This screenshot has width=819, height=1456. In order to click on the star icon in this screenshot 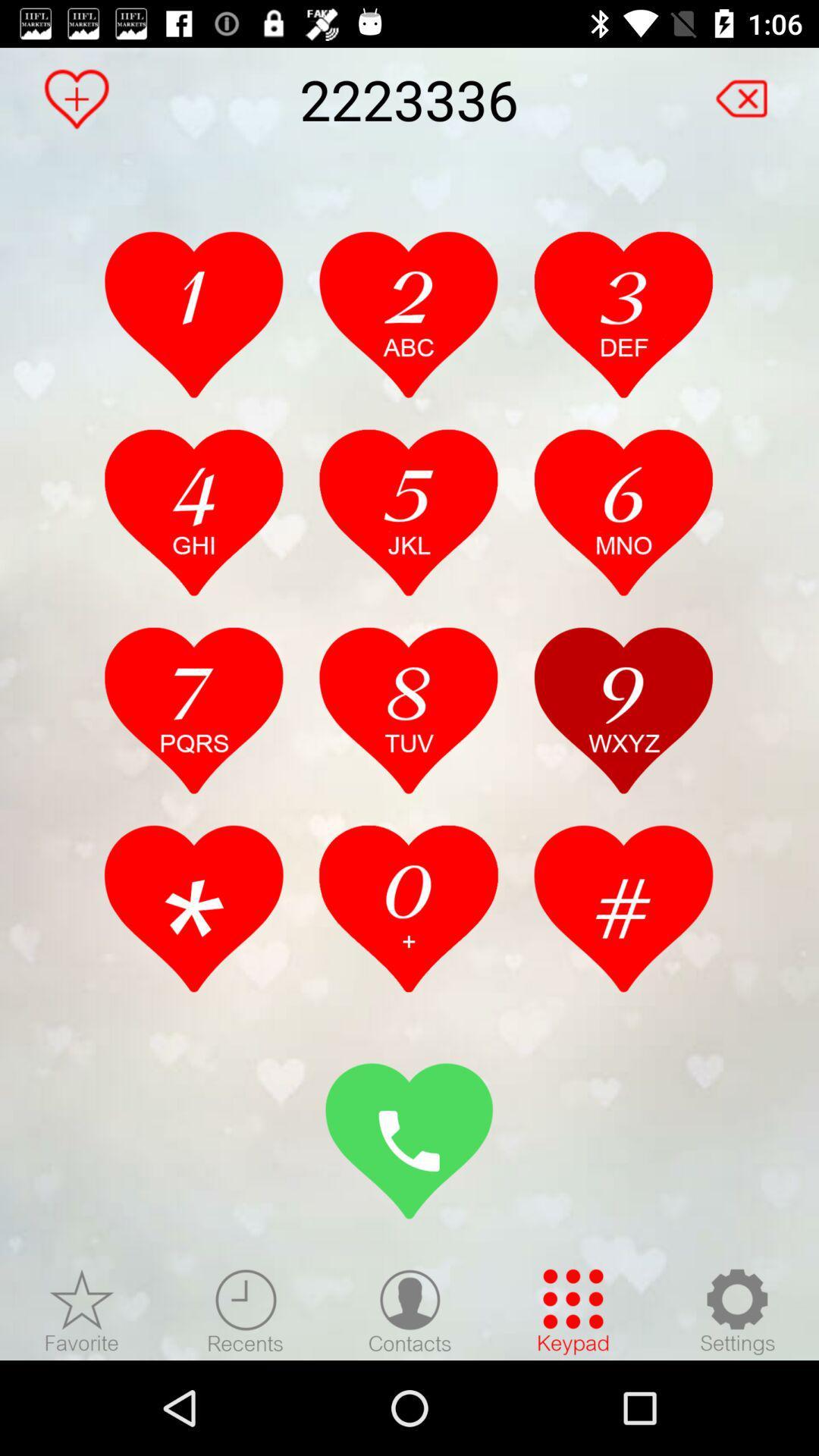, I will do `click(82, 1310)`.